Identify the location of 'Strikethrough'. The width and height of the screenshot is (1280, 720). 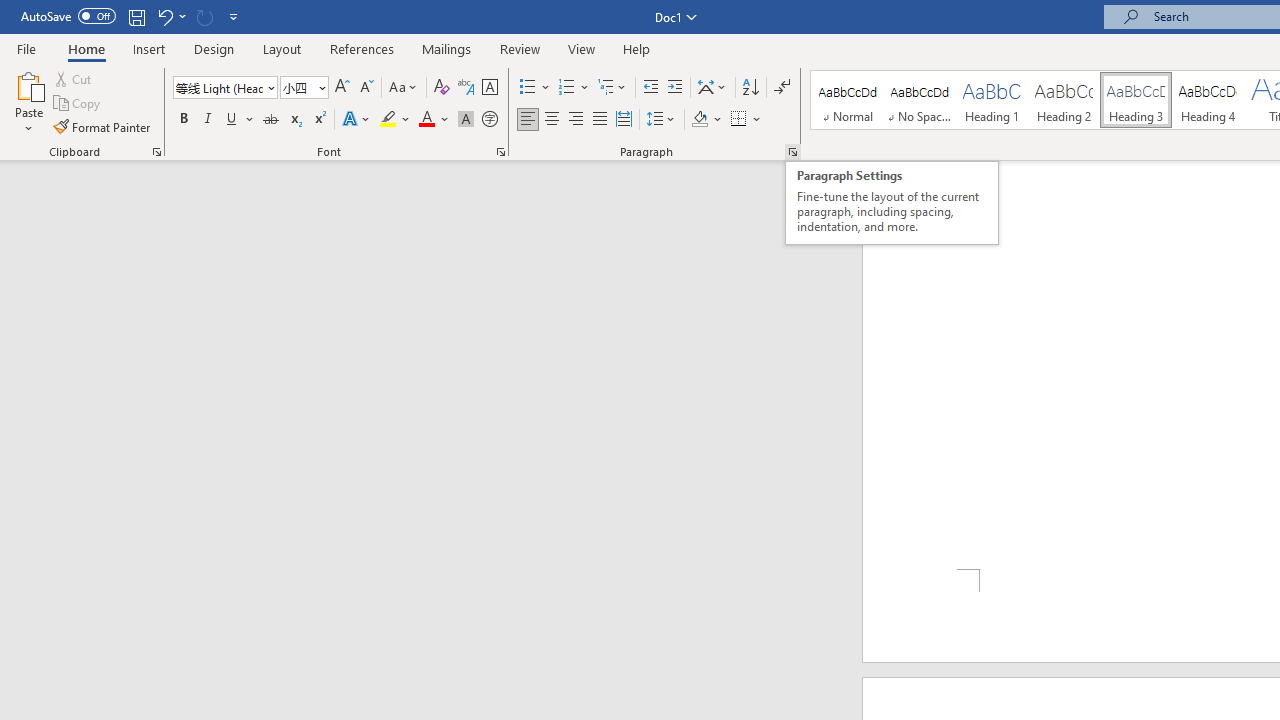
(269, 119).